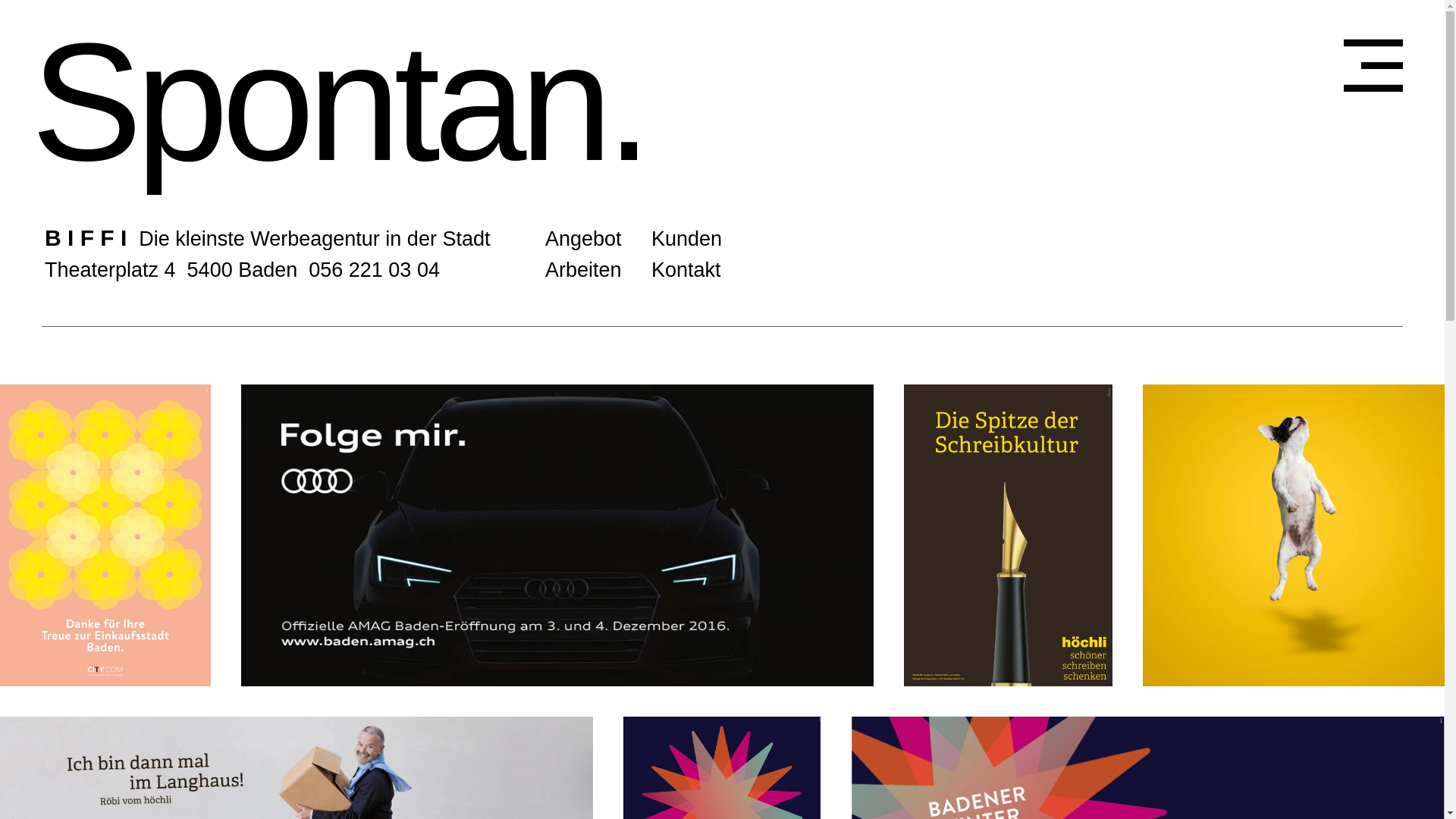 The width and height of the screenshot is (1456, 819). Describe the element at coordinates (582, 268) in the screenshot. I see `'Arbeiten'` at that location.